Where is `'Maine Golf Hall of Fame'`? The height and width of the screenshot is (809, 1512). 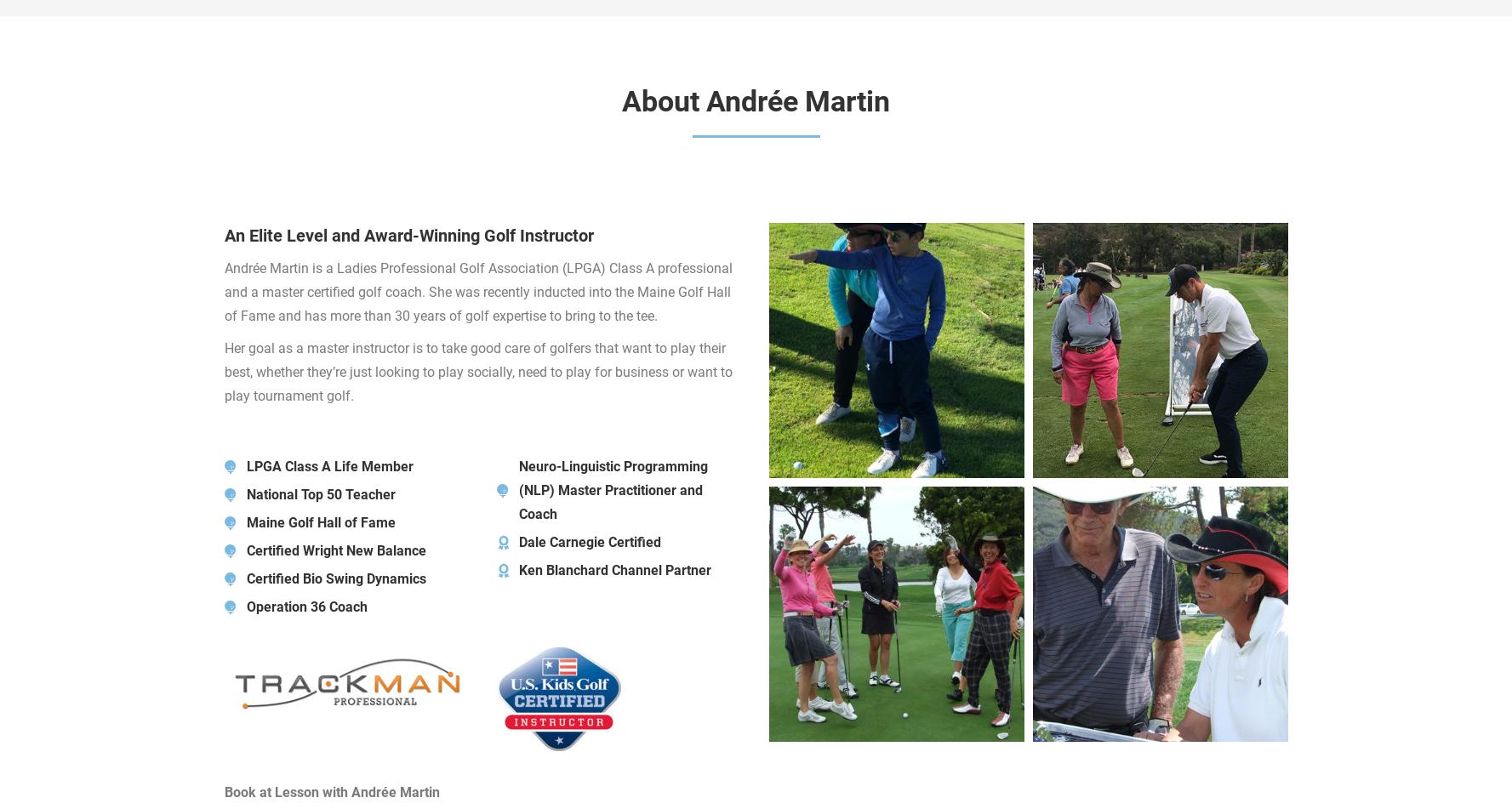
'Maine Golf Hall of Fame' is located at coordinates (320, 521).